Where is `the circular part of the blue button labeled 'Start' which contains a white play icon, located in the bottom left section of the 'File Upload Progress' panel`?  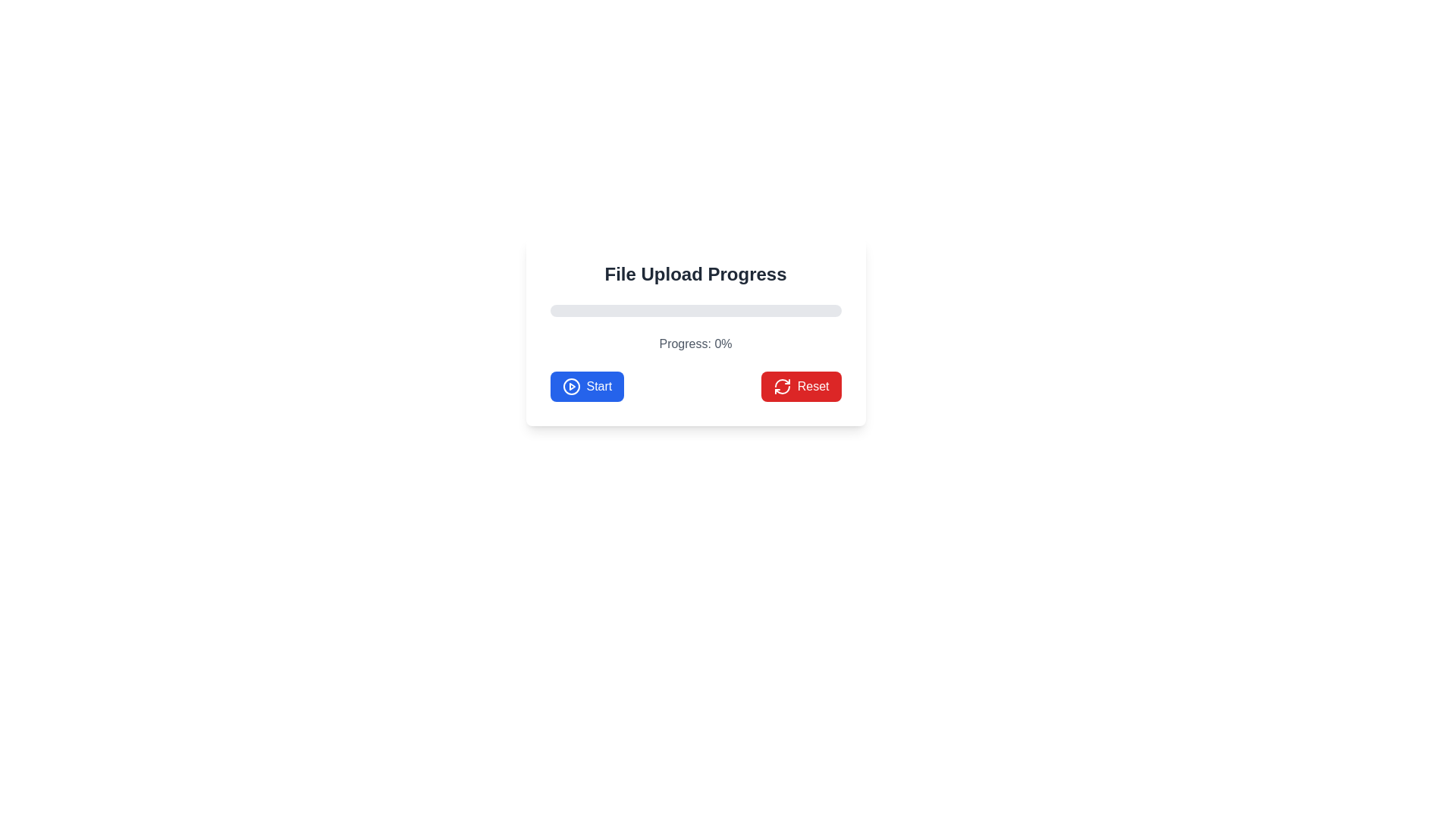 the circular part of the blue button labeled 'Start' which contains a white play icon, located in the bottom left section of the 'File Upload Progress' panel is located at coordinates (570, 385).